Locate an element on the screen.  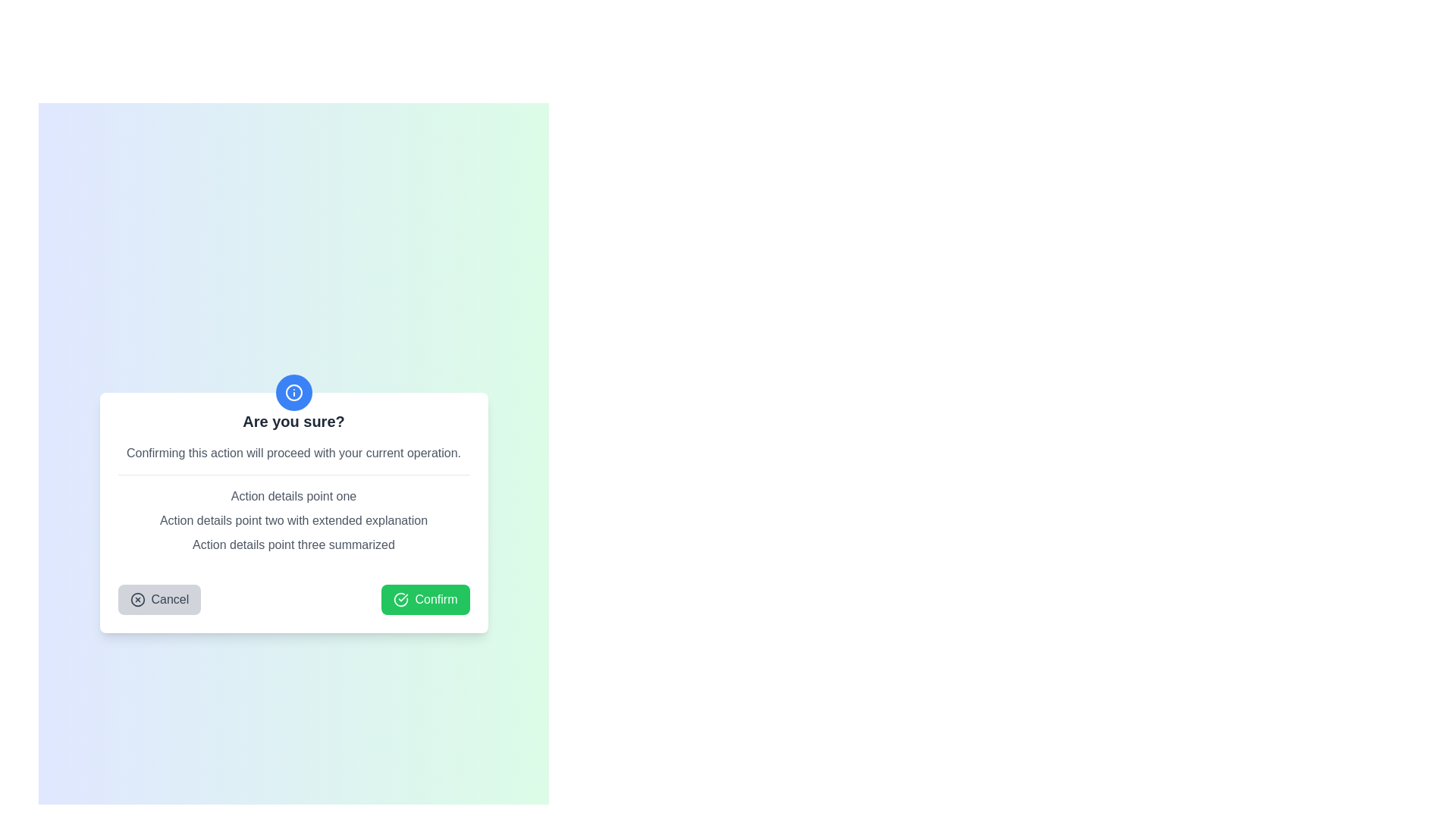
static text element located below the header 'Are you sure?' and above the action details in the centered modal box is located at coordinates (293, 452).